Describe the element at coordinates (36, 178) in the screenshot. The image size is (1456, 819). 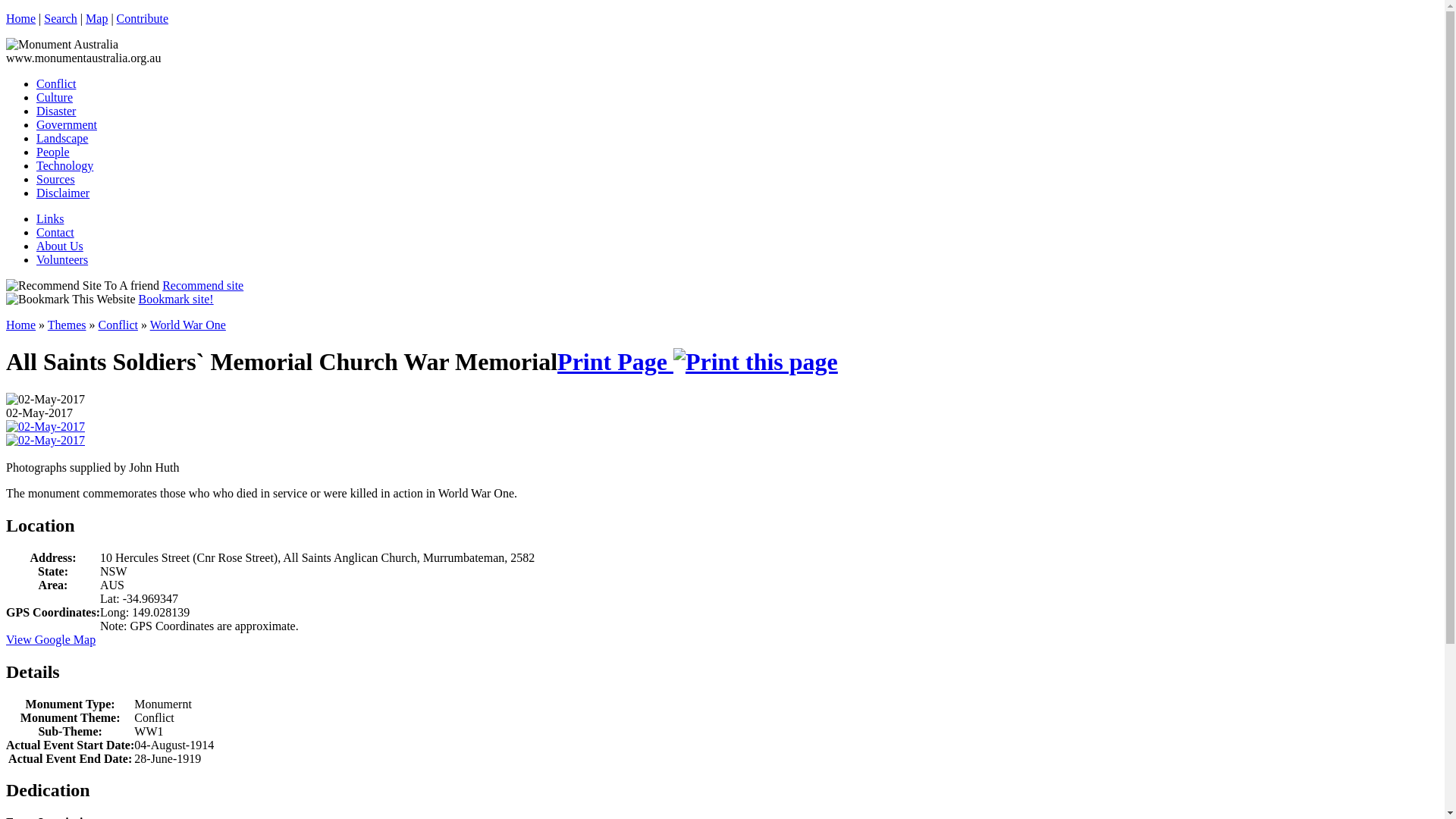
I see `'Sources'` at that location.